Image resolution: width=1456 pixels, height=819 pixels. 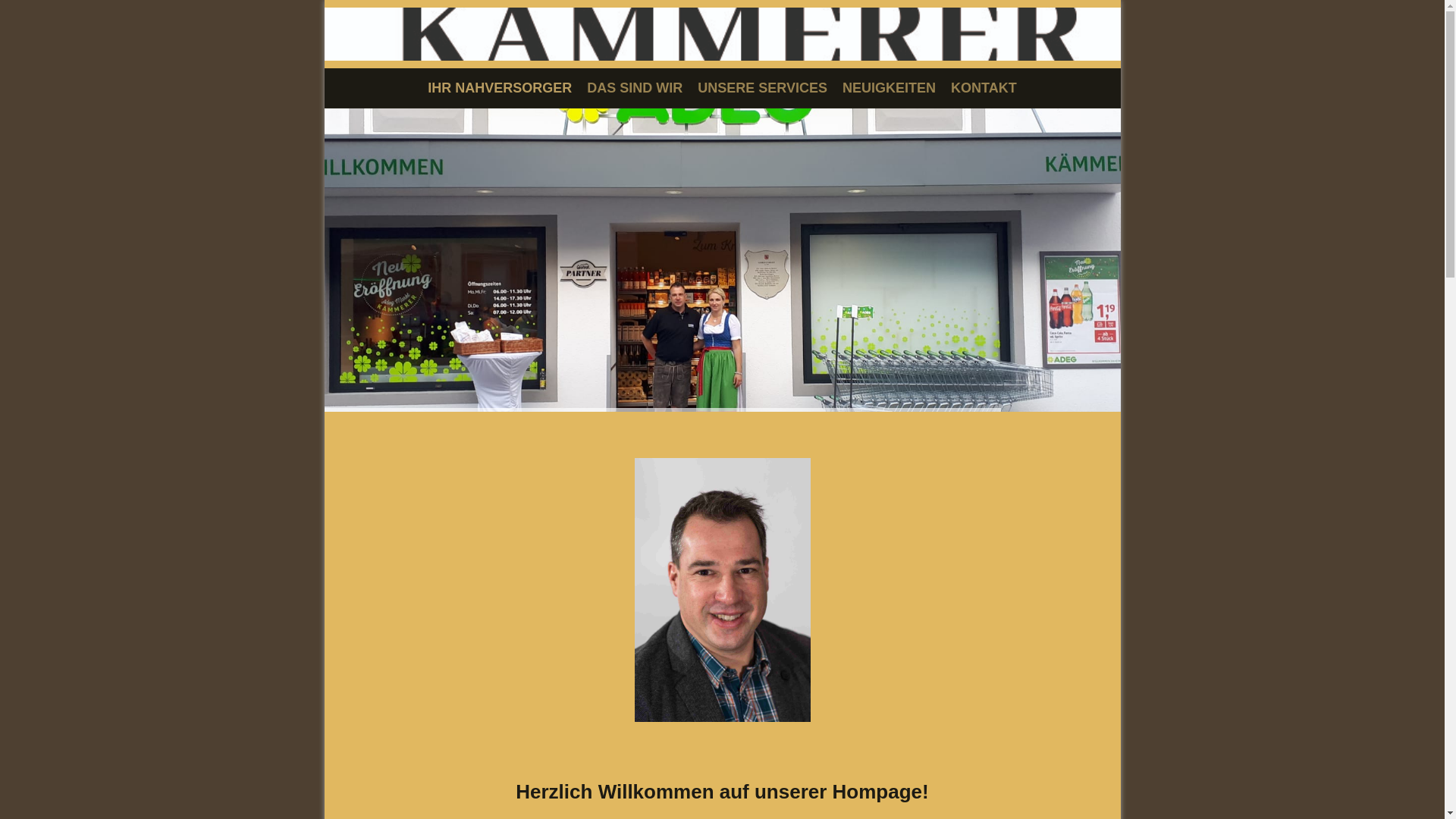 I want to click on 'KONTAKT', so click(x=984, y=88).